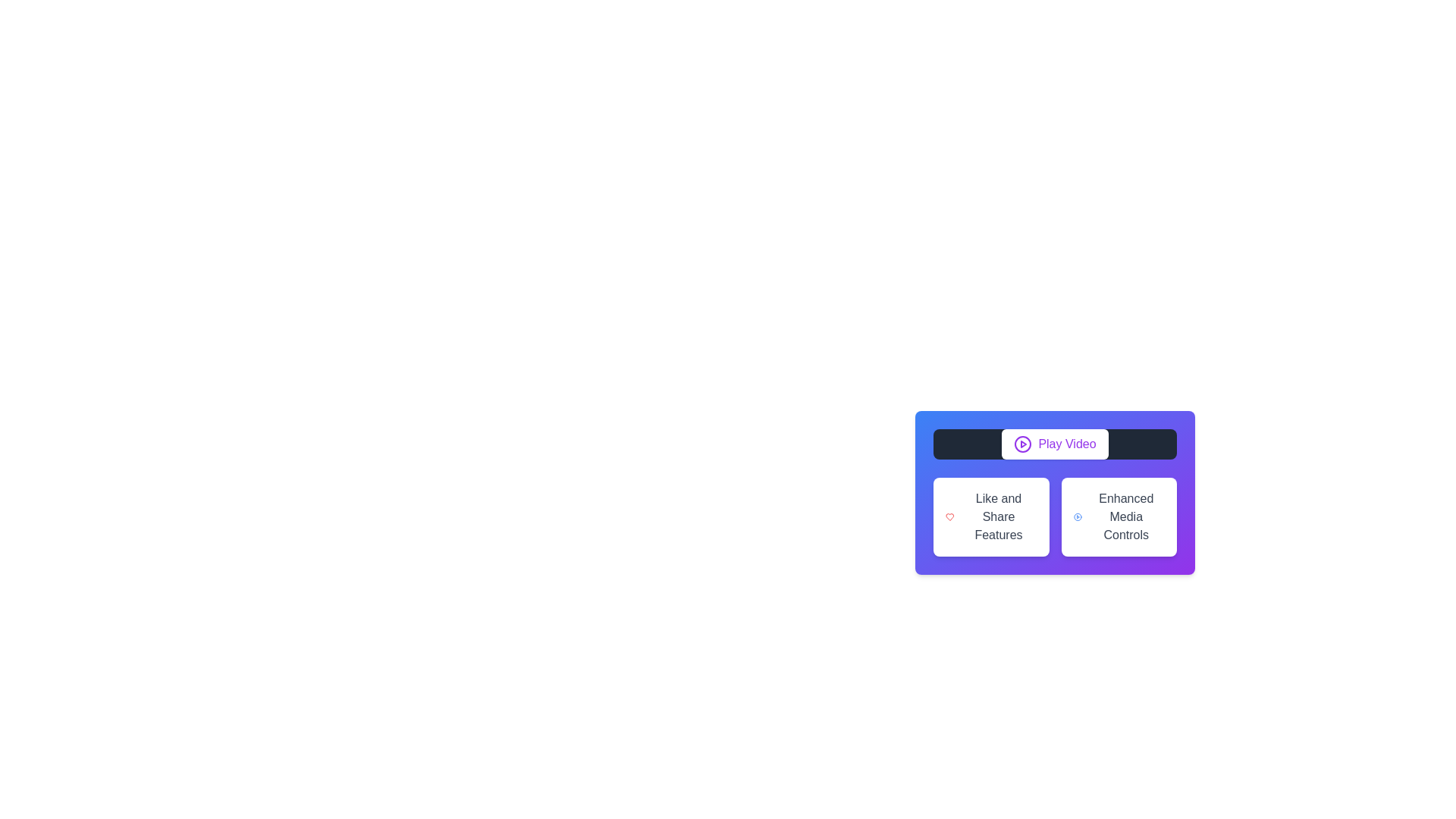 The image size is (1456, 819). I want to click on the play icon located to the left of the text label inside the 'Play Video' button, so click(1023, 444).